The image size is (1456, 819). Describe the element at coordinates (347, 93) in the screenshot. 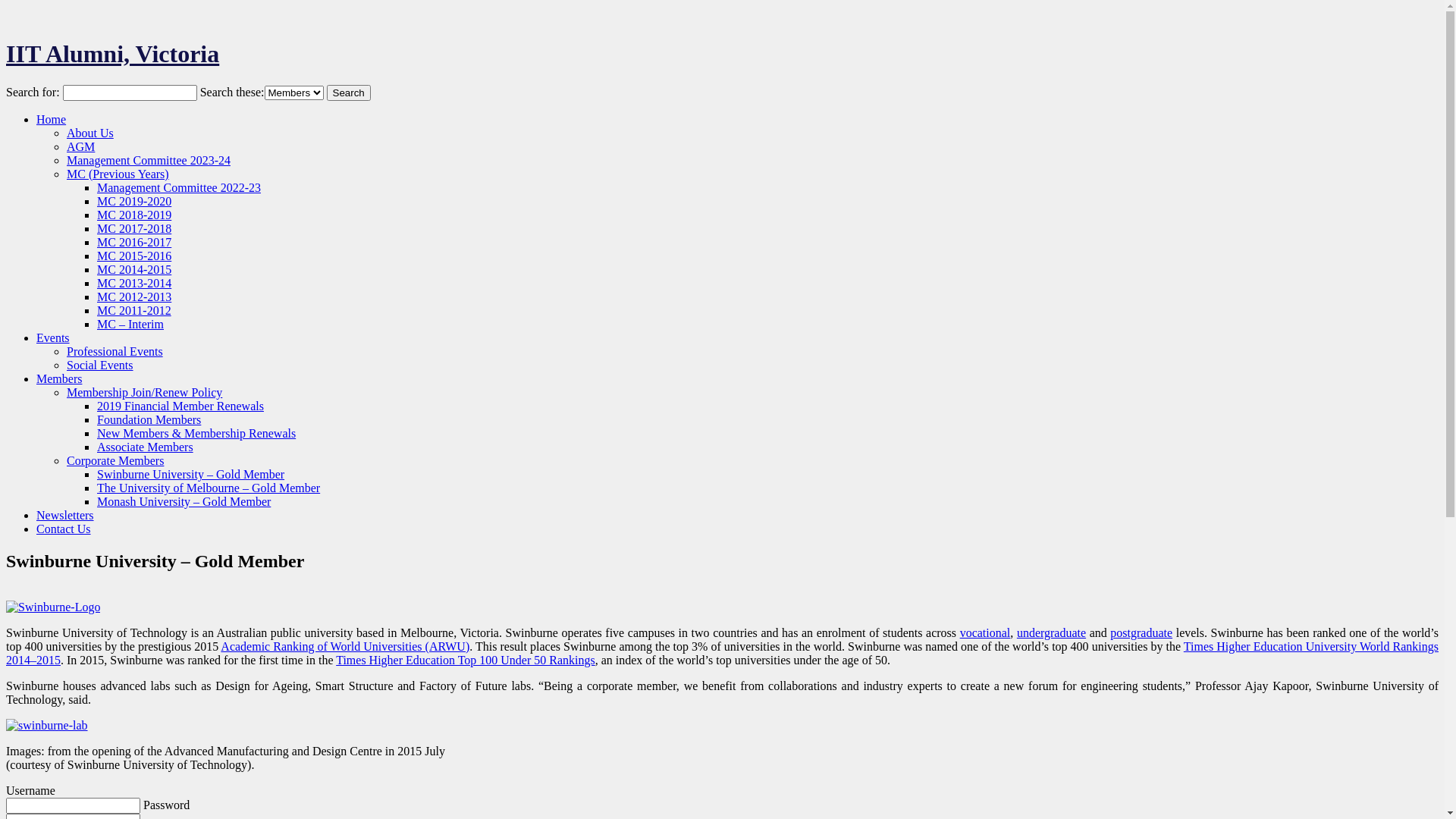

I see `'Search'` at that location.